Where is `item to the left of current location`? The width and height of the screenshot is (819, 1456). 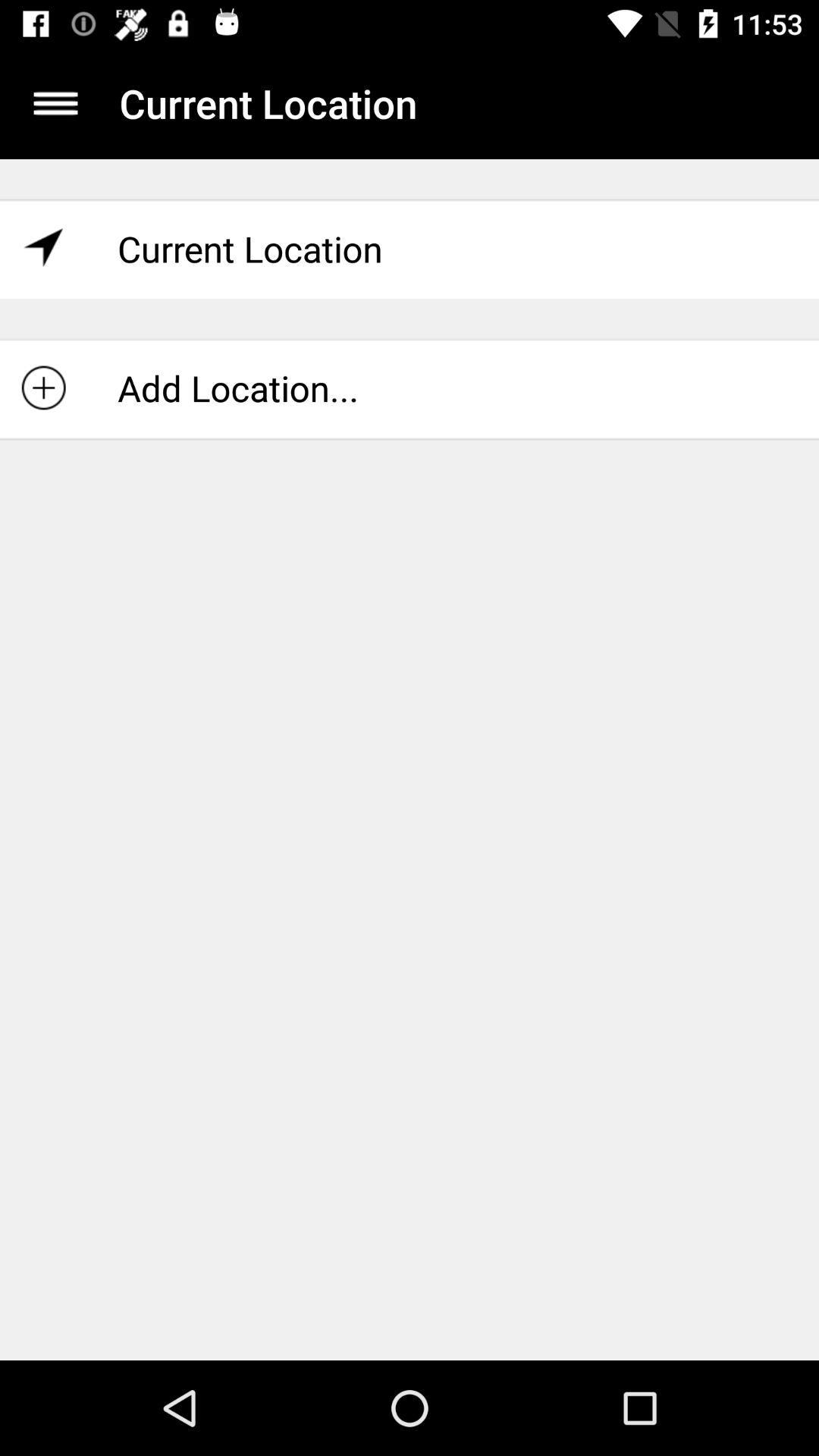 item to the left of current location is located at coordinates (55, 102).